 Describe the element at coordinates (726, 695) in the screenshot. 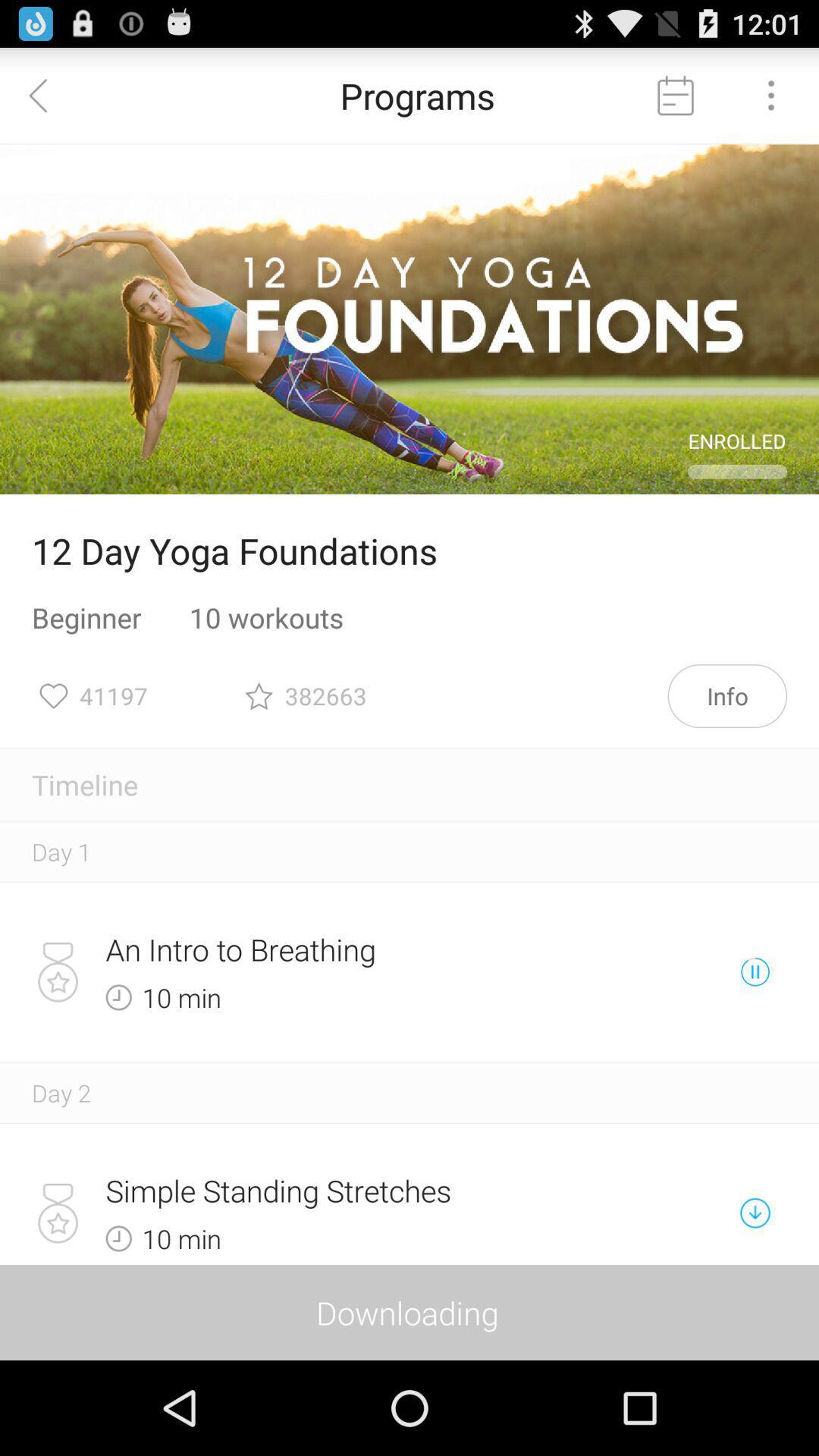

I see `info item` at that location.